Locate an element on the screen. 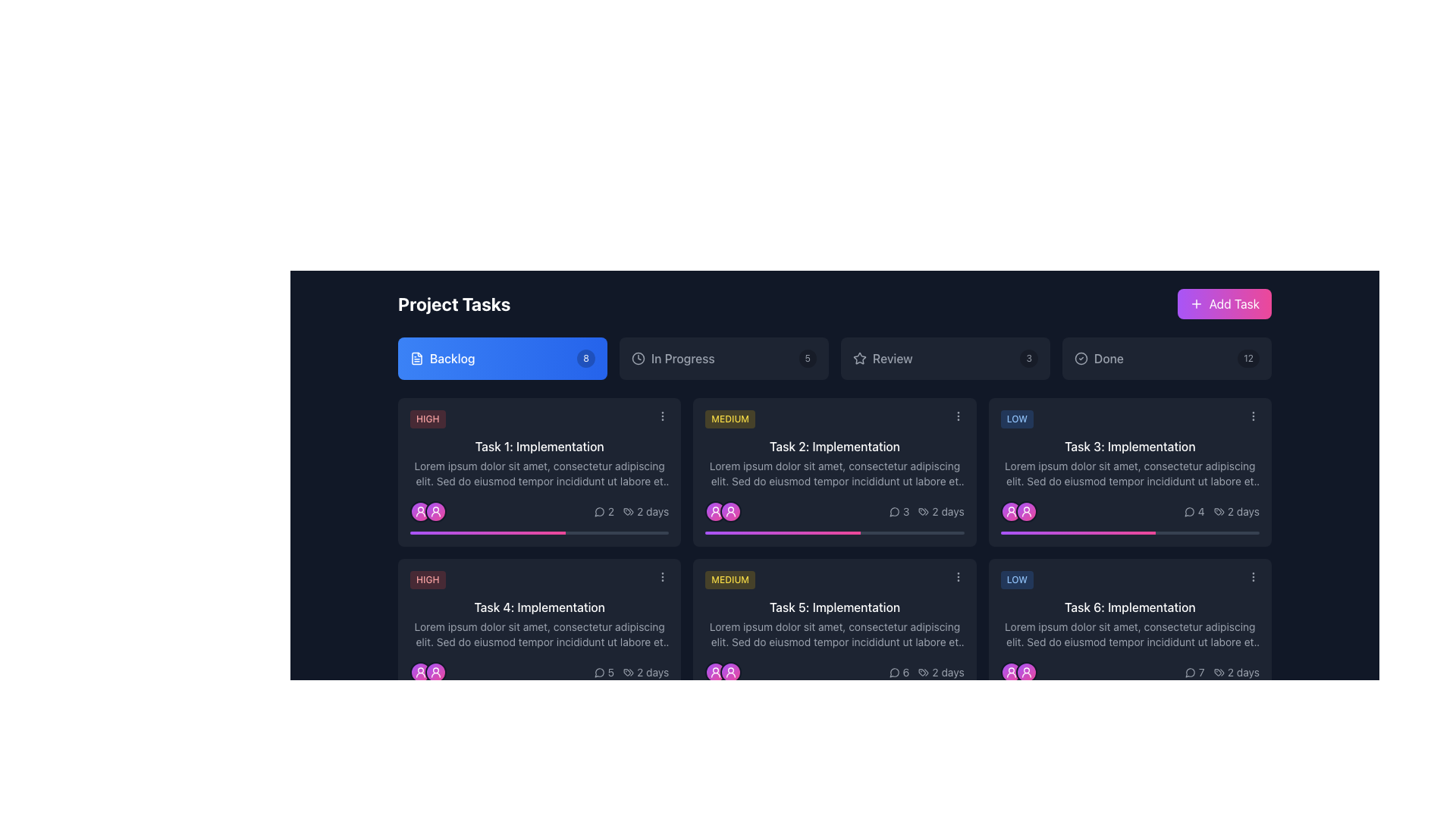 This screenshot has width=1456, height=819. the button located in the top-right corner of the header area labeled 'Project Tasks' is located at coordinates (1224, 304).